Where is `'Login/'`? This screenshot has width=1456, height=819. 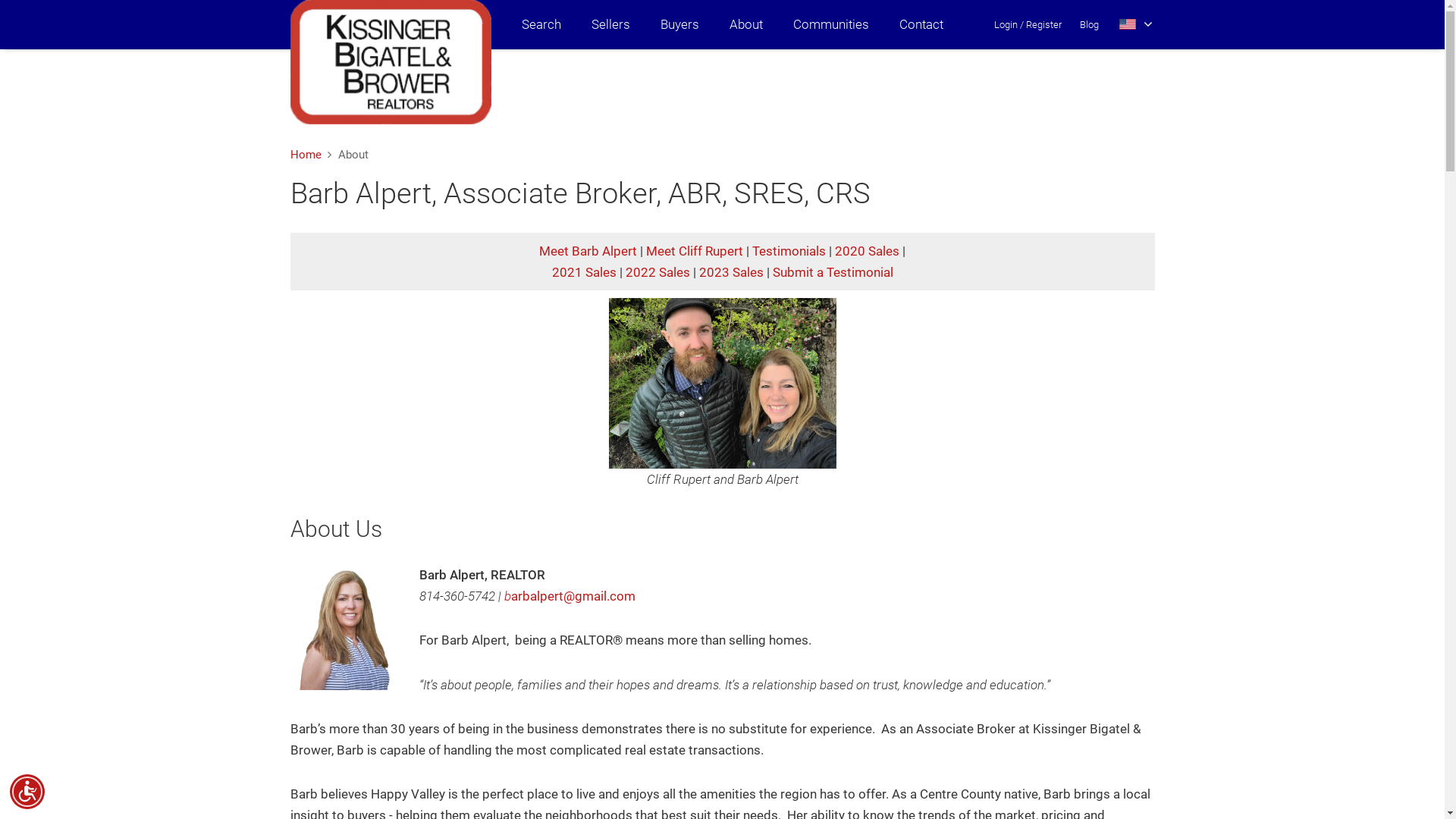
'Login/' is located at coordinates (1009, 24).